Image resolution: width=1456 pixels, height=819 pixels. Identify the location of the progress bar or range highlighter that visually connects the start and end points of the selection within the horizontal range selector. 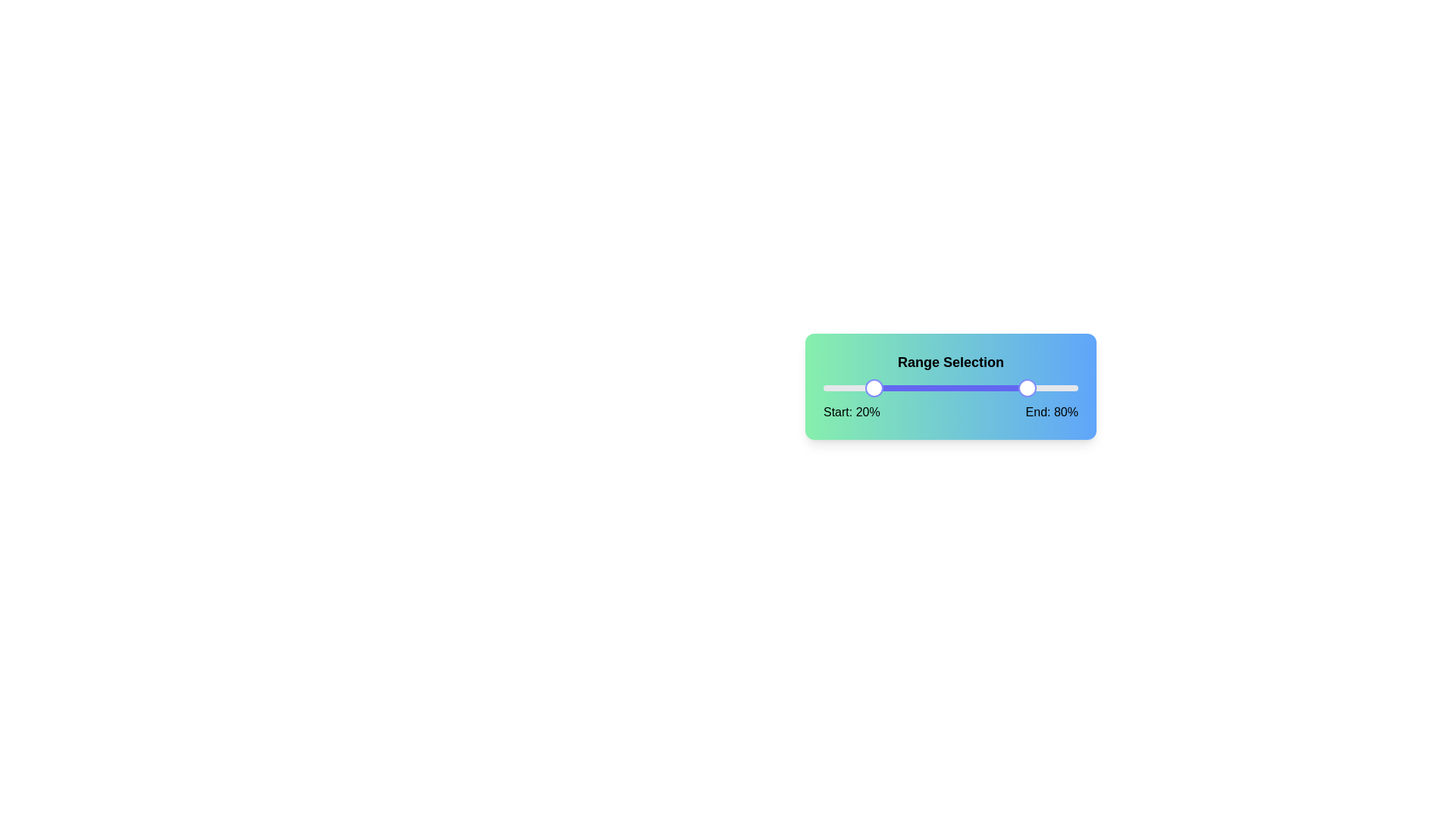
(949, 388).